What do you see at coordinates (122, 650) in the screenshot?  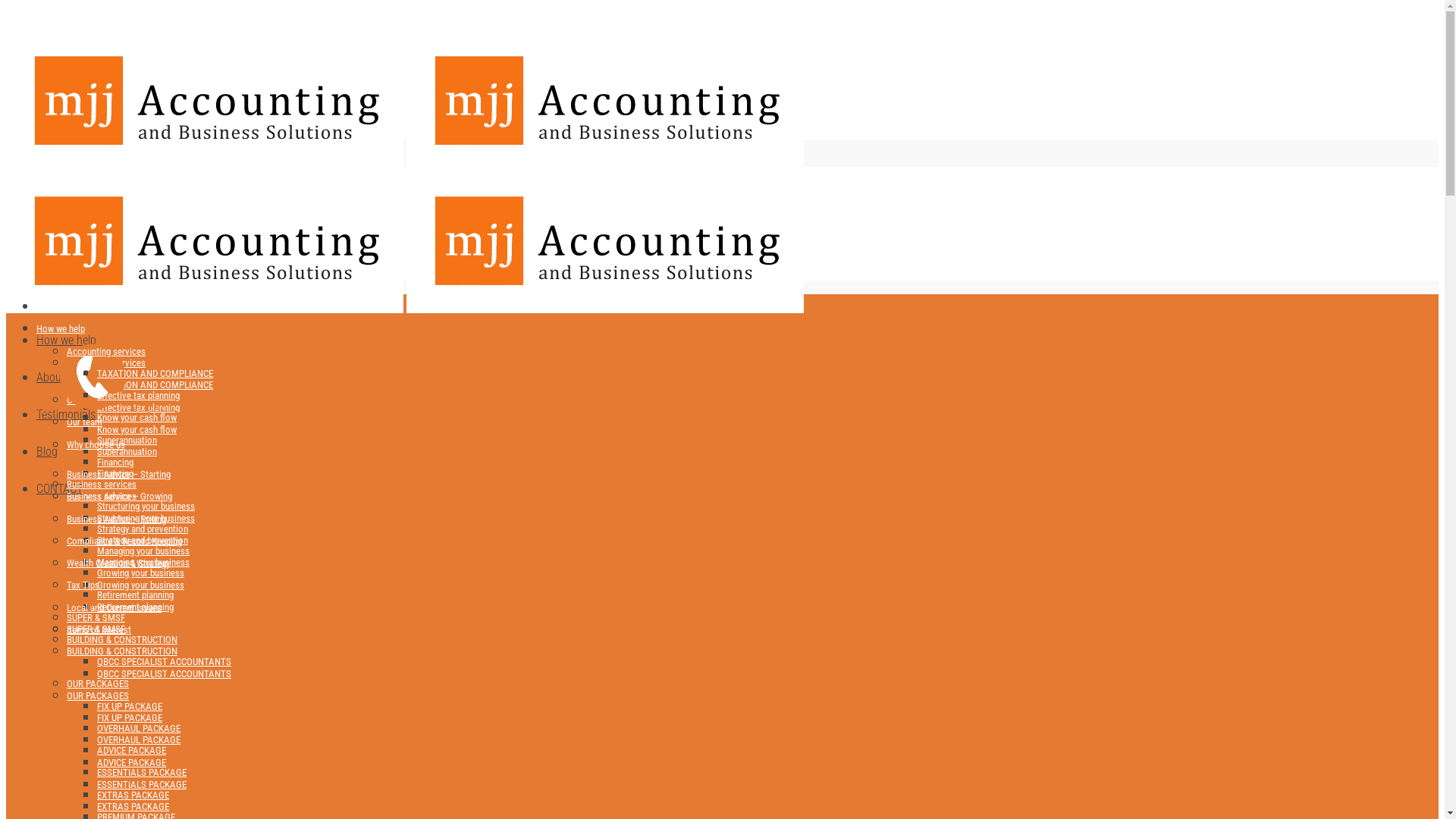 I see `'BUILDING & CONSTRUCTION'` at bounding box center [122, 650].